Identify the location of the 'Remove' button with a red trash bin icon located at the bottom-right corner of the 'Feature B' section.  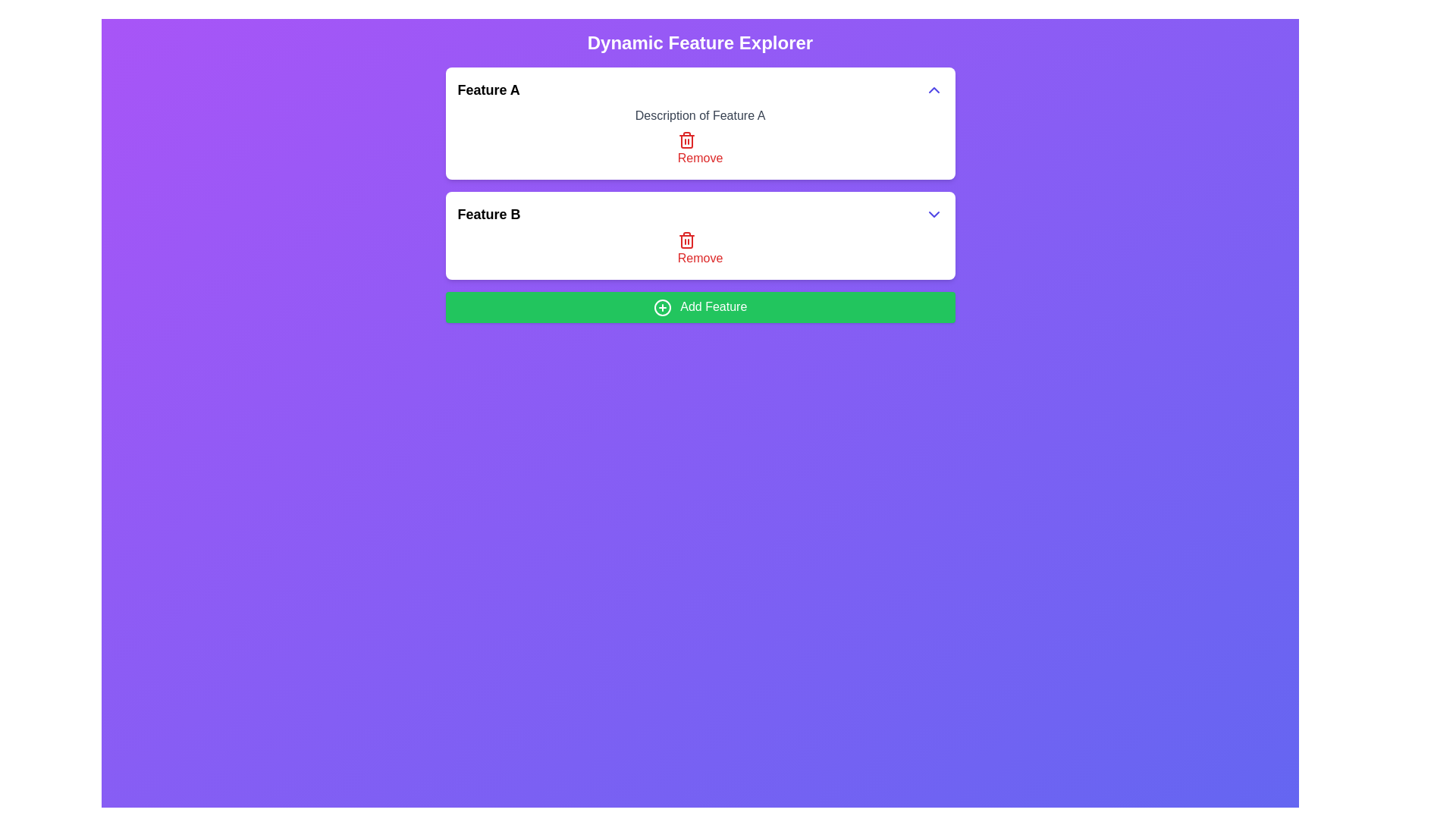
(699, 248).